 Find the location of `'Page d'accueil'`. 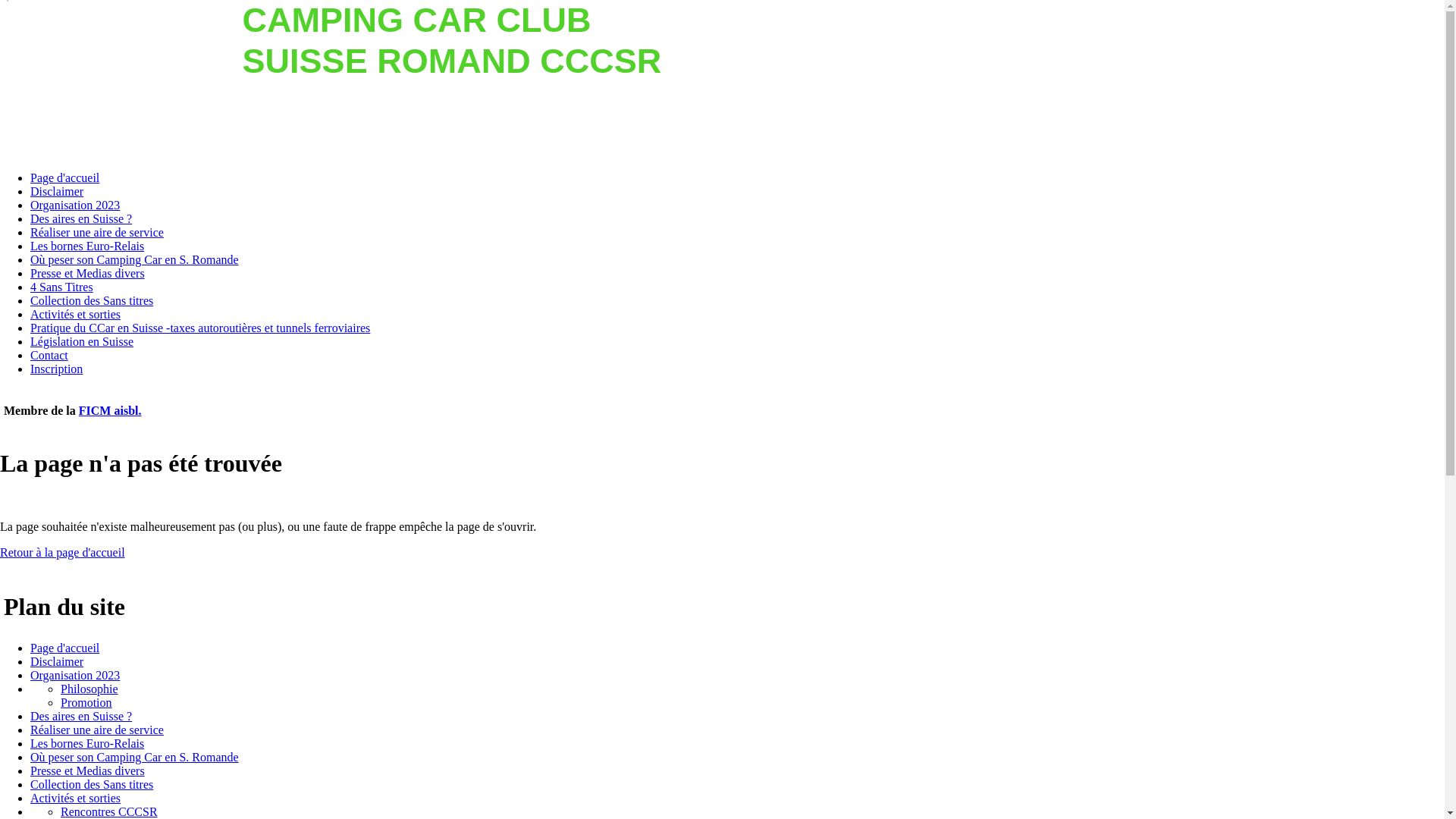

'Page d'accueil' is located at coordinates (64, 648).